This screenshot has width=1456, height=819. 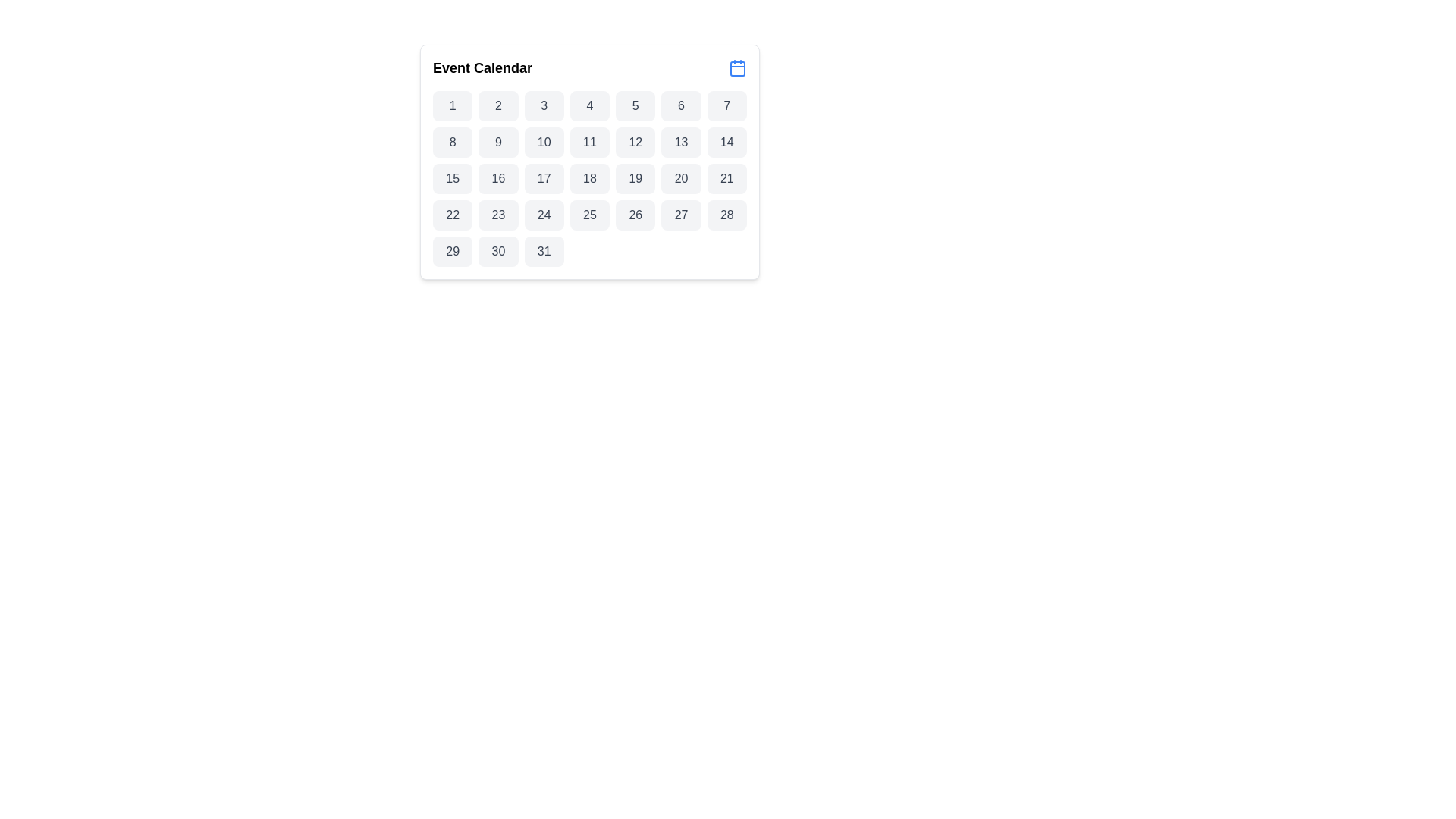 What do you see at coordinates (452, 177) in the screenshot?
I see `the rectangular button with a light gray background and the number '15' centered in dark gray text, which is the fifteenth button in a grid structure located in a calendar-like interface` at bounding box center [452, 177].